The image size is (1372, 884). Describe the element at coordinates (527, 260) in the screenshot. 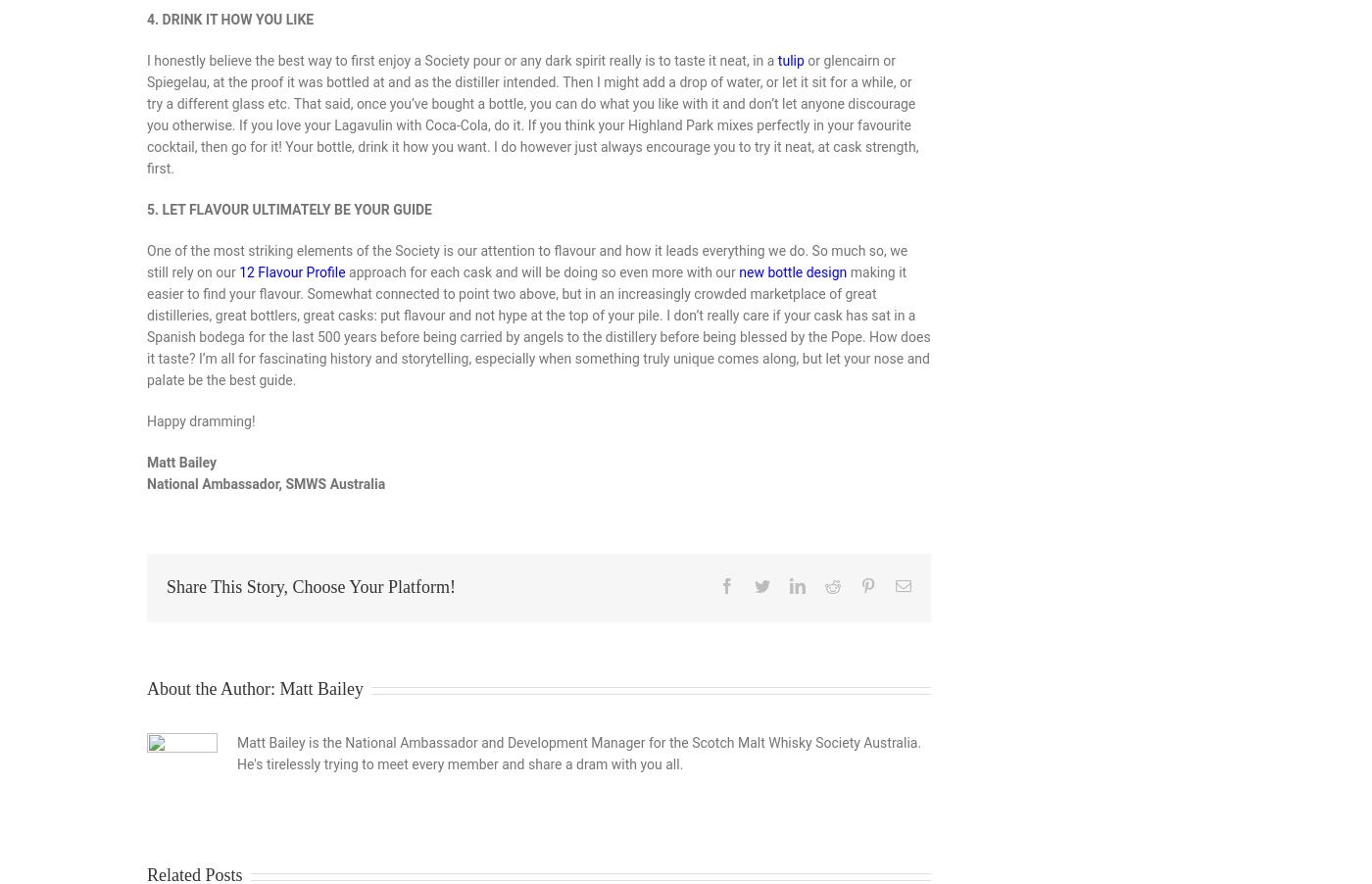

I see `'One of the most striking elements of the Society is our attention to flavour and how it leads everything we do. So much so, we still rely on our'` at that location.